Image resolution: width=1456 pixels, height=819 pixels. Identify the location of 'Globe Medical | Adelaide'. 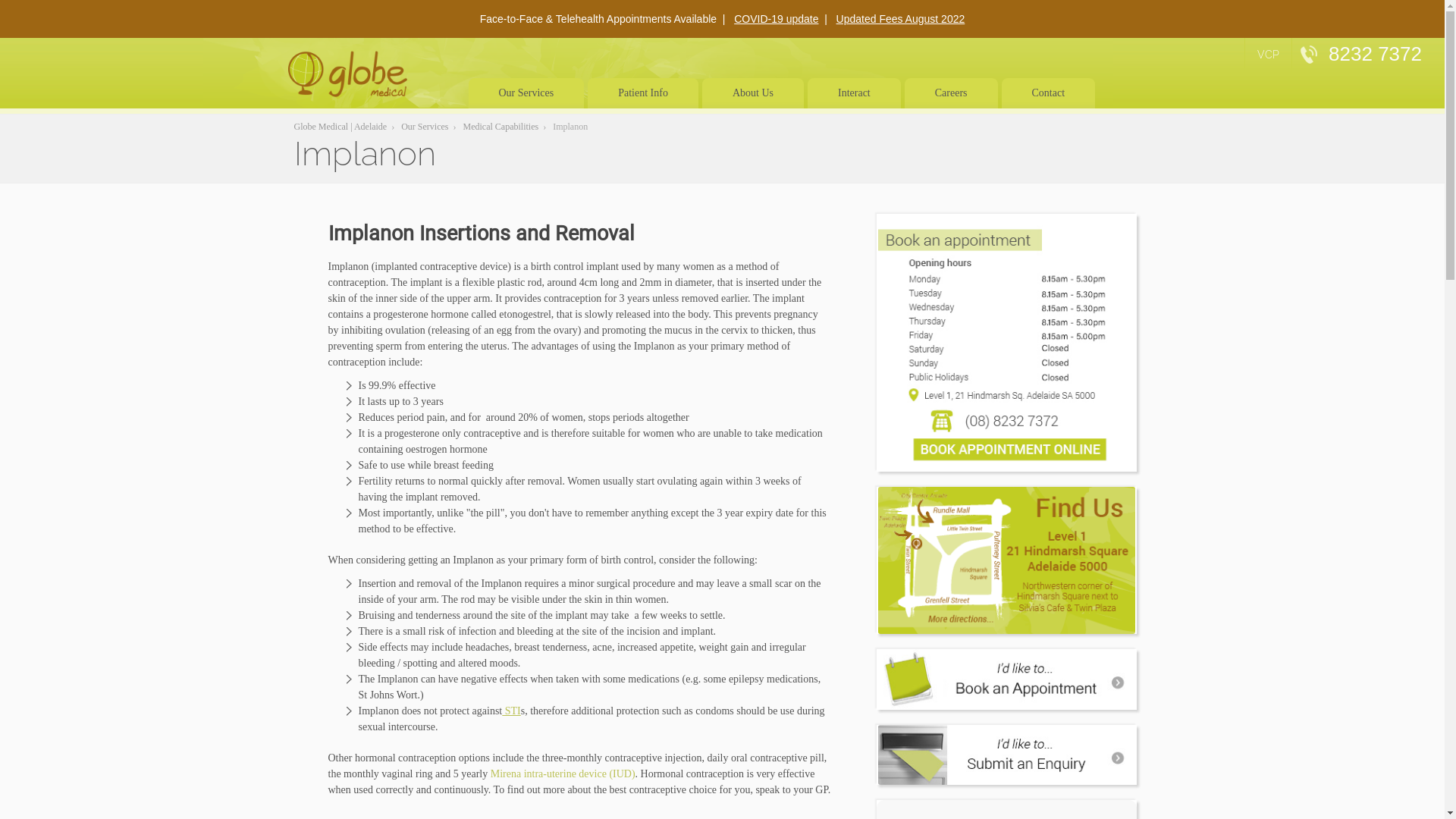
(340, 125).